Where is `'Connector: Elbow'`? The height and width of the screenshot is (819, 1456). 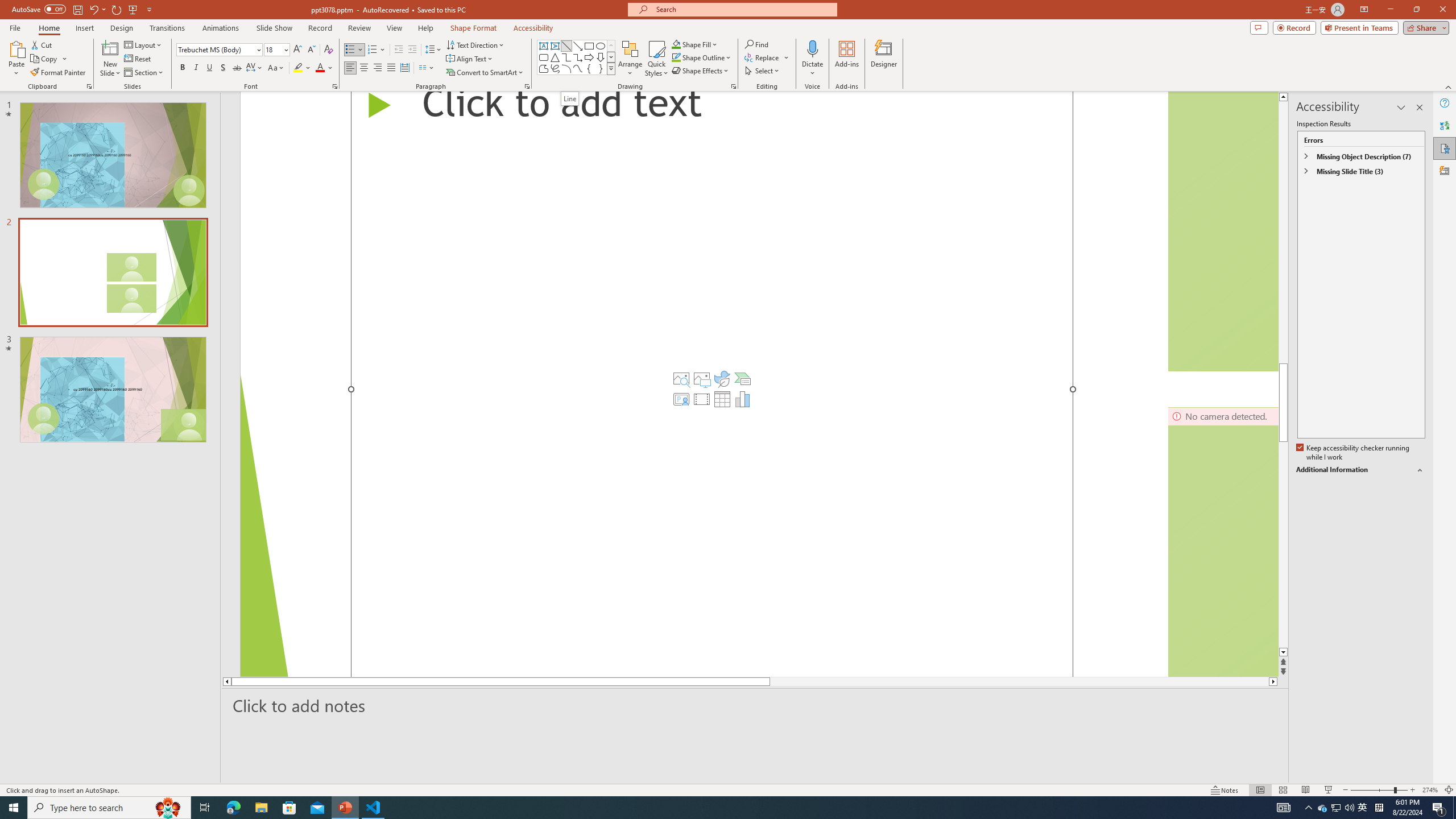 'Connector: Elbow' is located at coordinates (565, 56).